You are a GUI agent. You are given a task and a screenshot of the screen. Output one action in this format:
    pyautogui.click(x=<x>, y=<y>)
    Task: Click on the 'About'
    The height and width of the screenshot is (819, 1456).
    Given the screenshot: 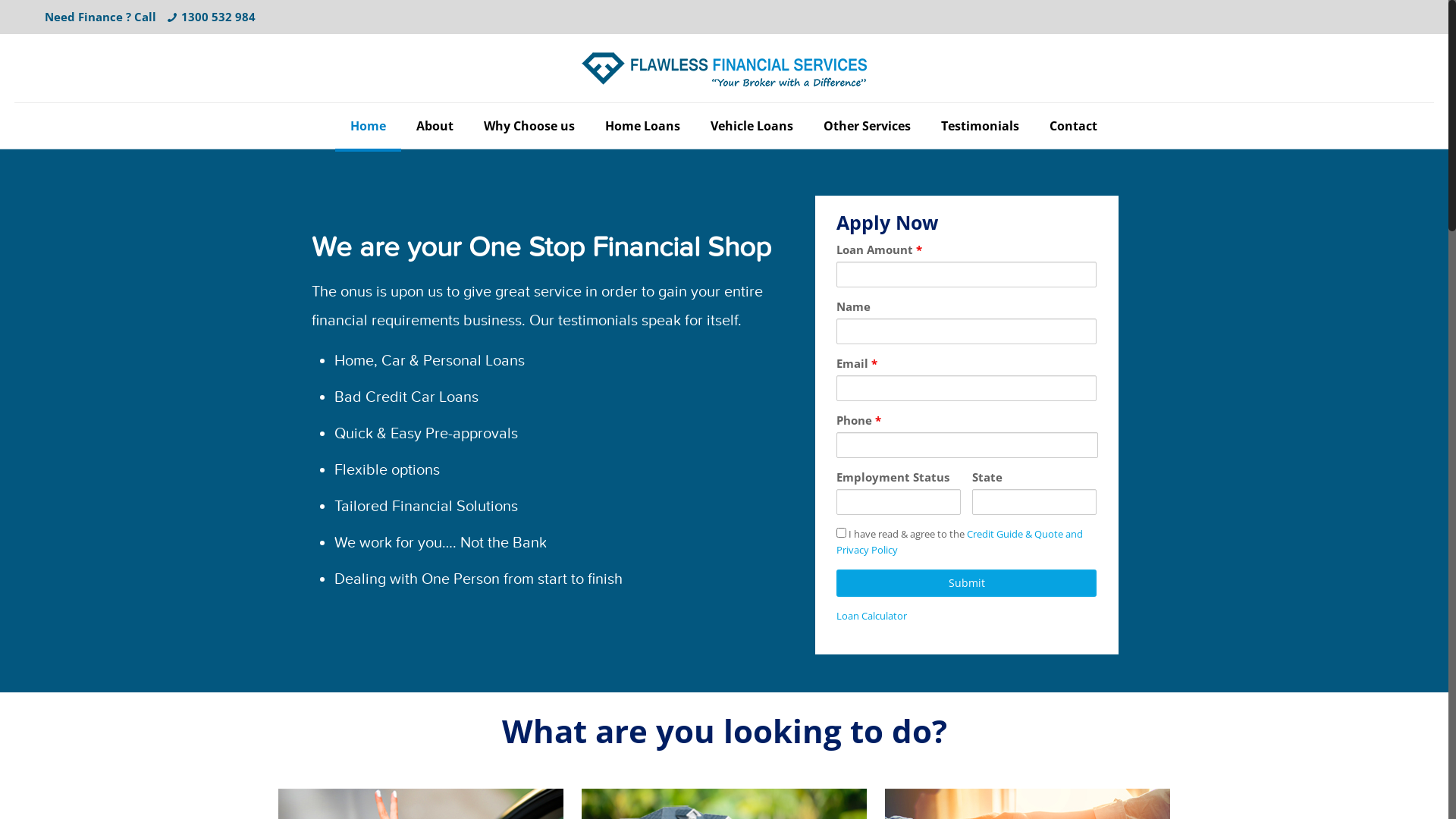 What is the action you would take?
    pyautogui.click(x=434, y=124)
    